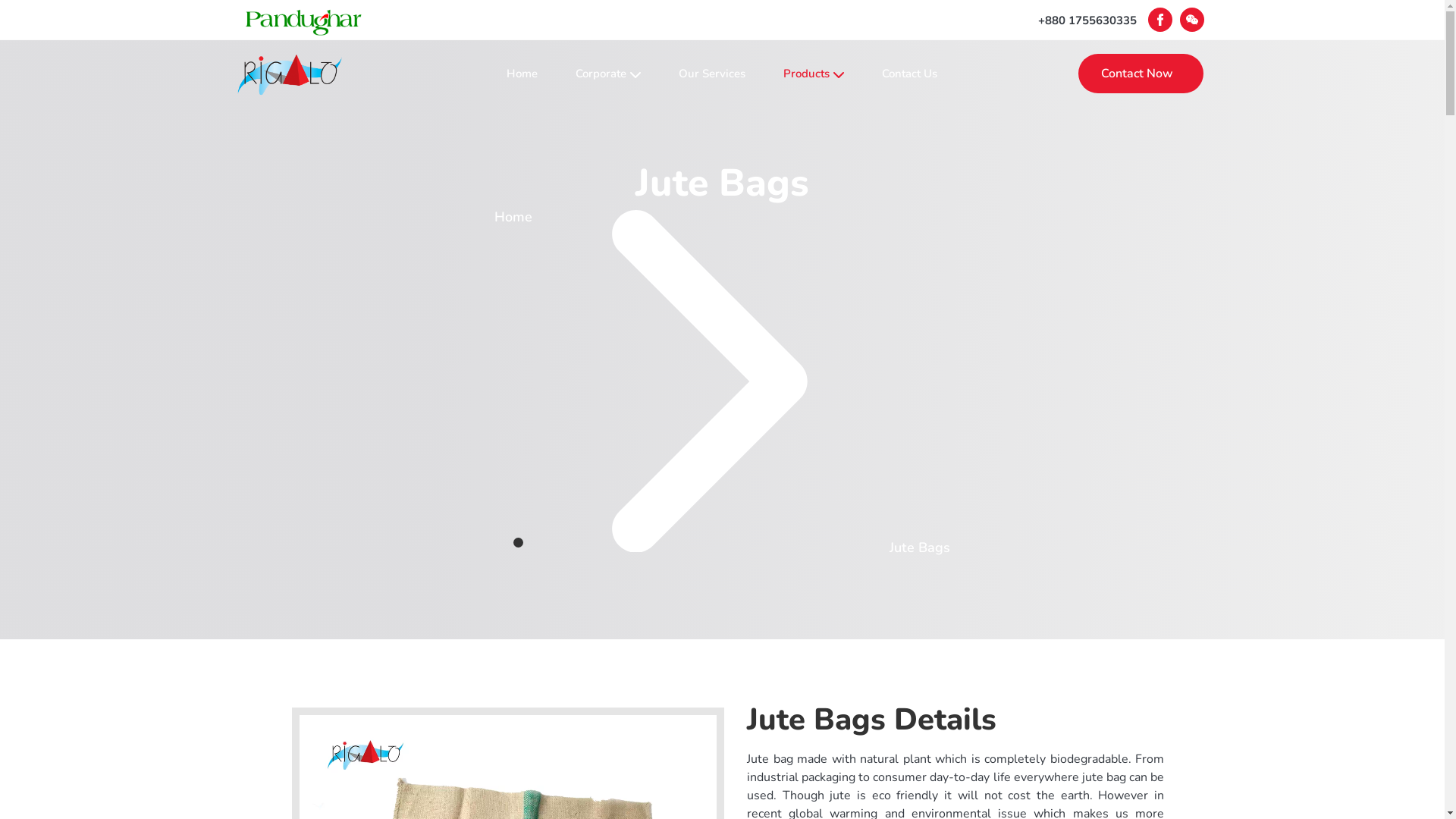 The height and width of the screenshot is (819, 1456). What do you see at coordinates (813, 73) in the screenshot?
I see `'Products'` at bounding box center [813, 73].